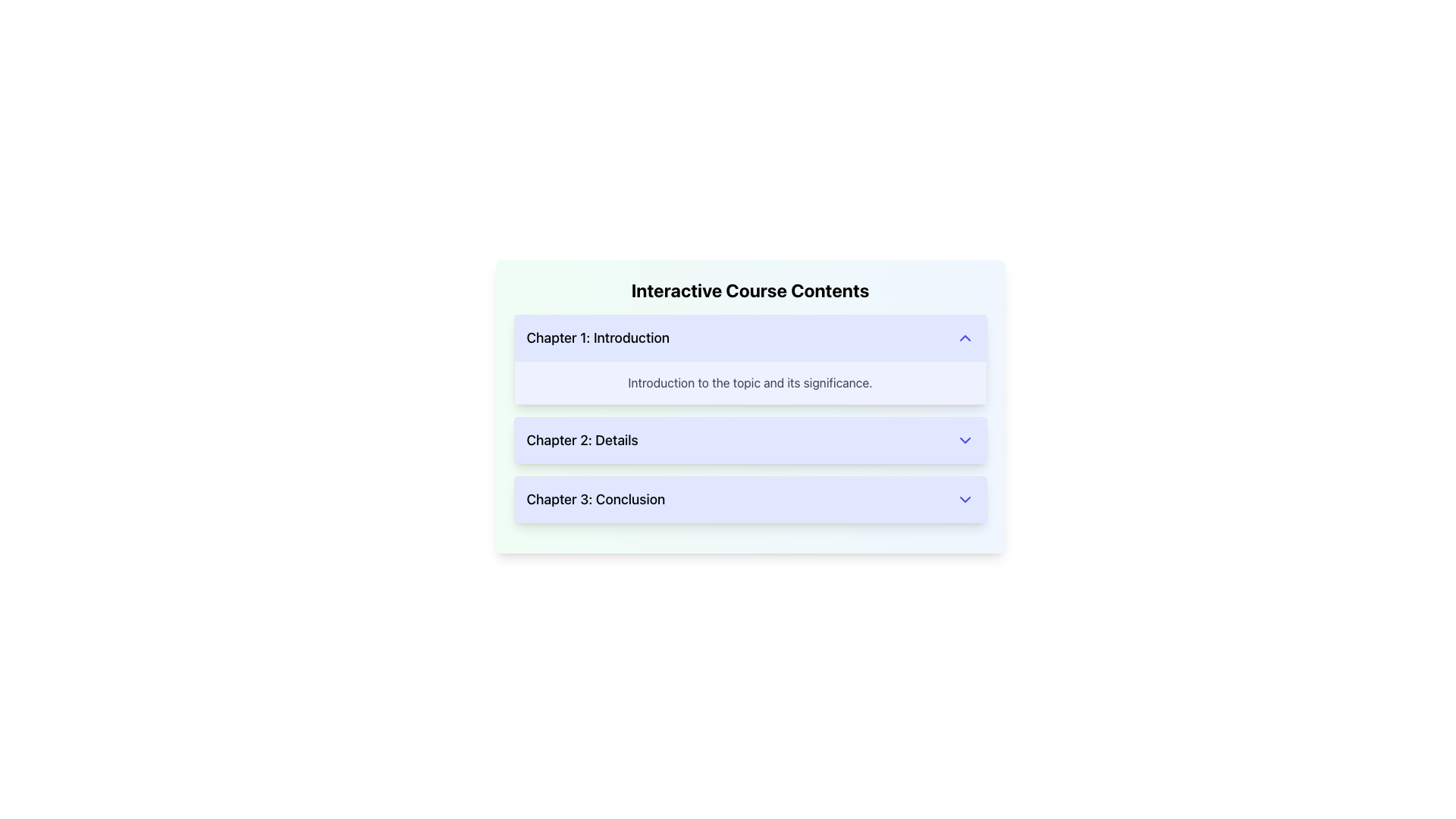 The height and width of the screenshot is (819, 1456). I want to click on the Text Display element that provides an introduction to the topic, located below the header 'Chapter 1: Introduction', so click(750, 381).